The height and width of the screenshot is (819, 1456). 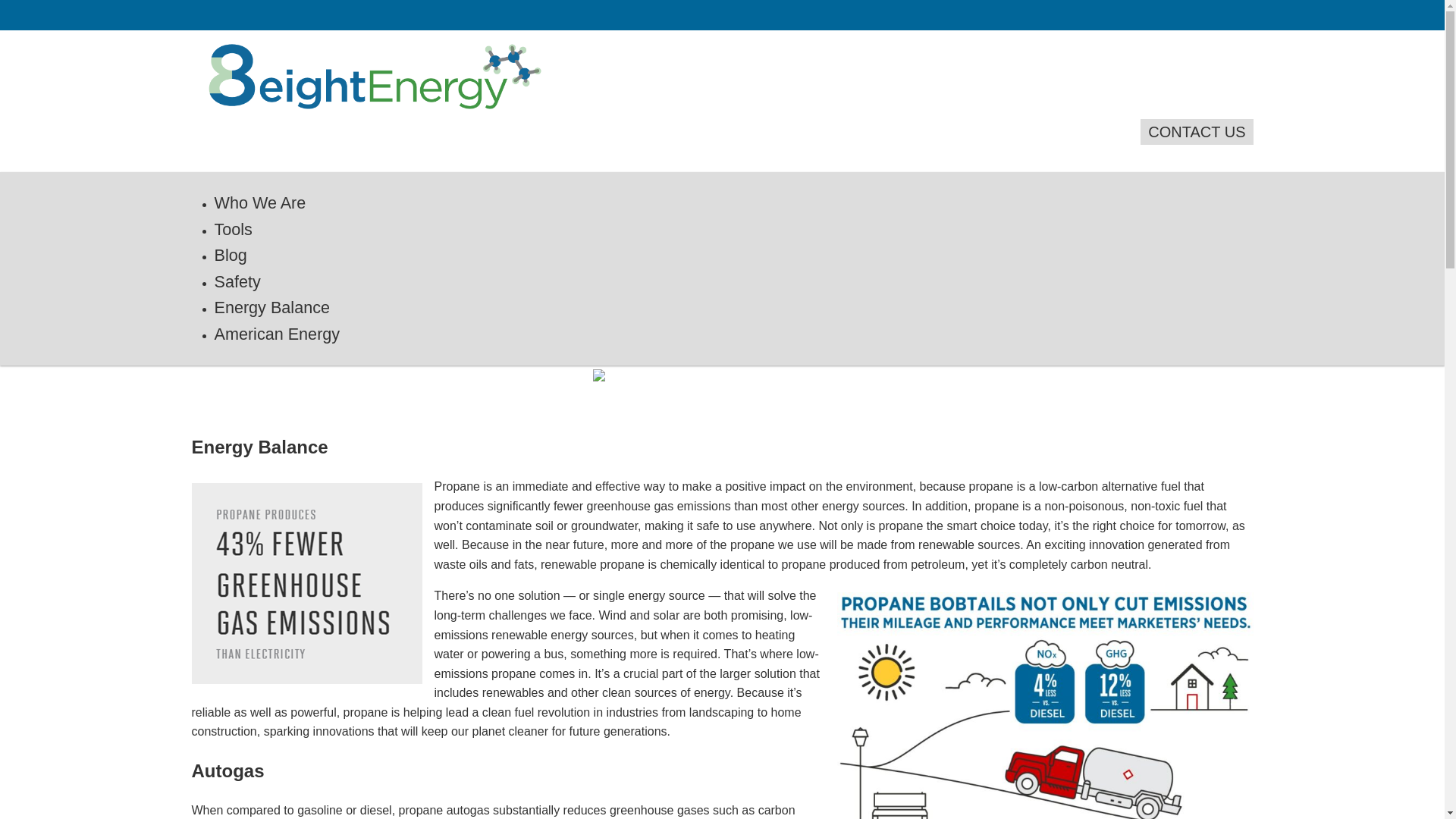 What do you see at coordinates (271, 307) in the screenshot?
I see `'Energy Balance'` at bounding box center [271, 307].